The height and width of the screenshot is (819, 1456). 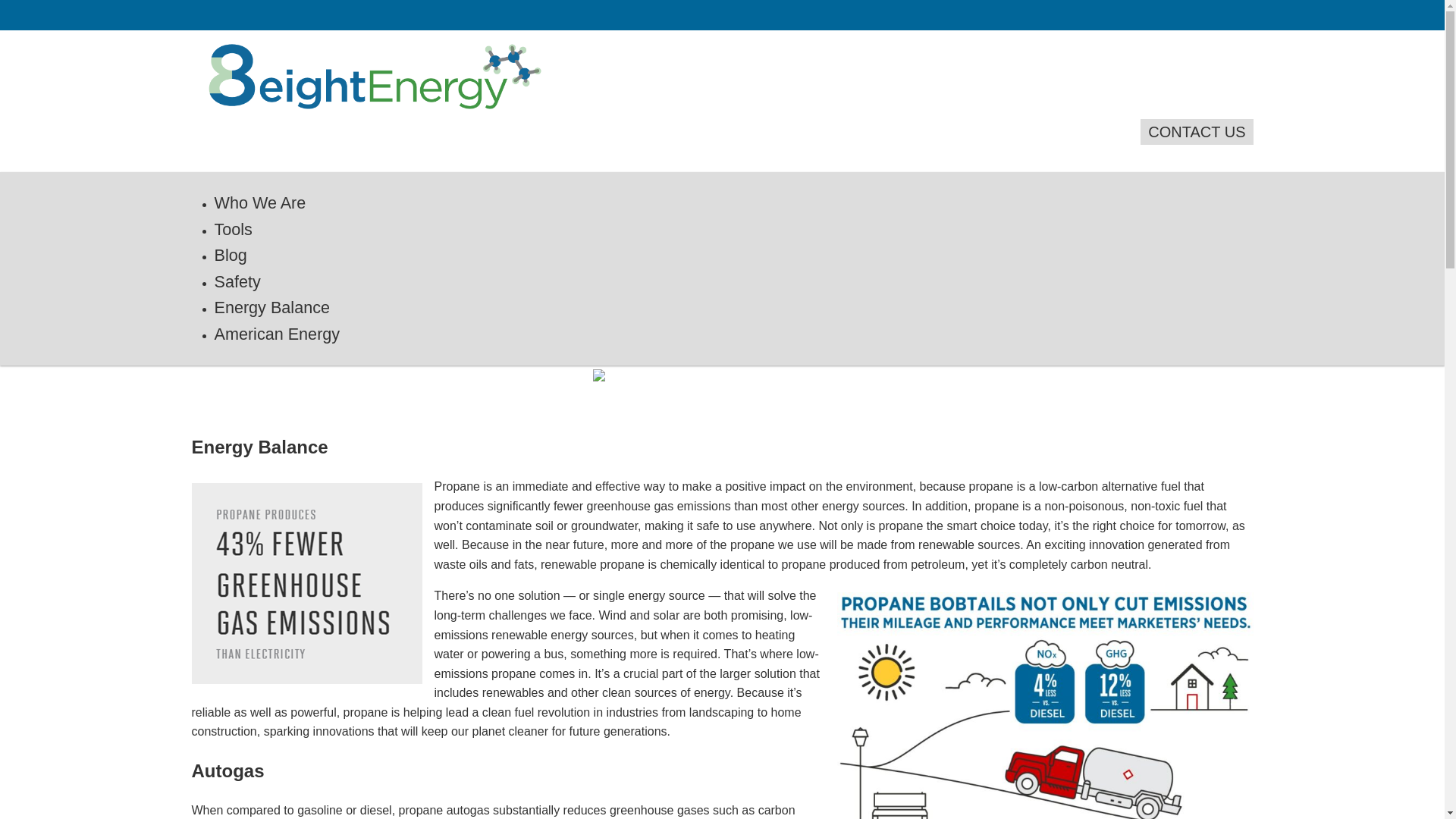 What do you see at coordinates (271, 307) in the screenshot?
I see `'Energy Balance'` at bounding box center [271, 307].